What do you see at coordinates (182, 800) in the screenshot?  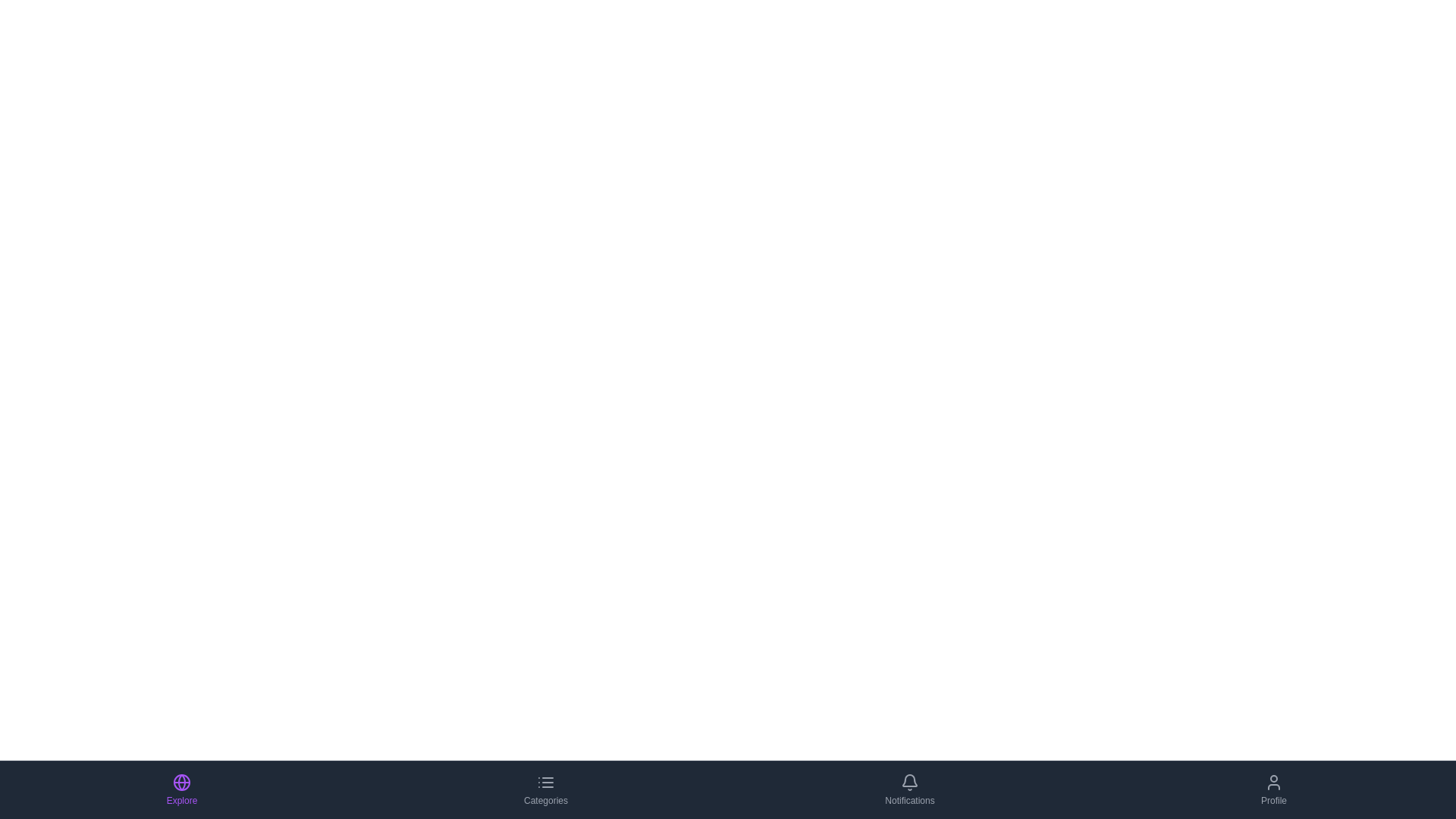 I see `the descriptive text label that provides context for the 'Explore' navigation option, located below the globe icon in the bottom navigation bar` at bounding box center [182, 800].